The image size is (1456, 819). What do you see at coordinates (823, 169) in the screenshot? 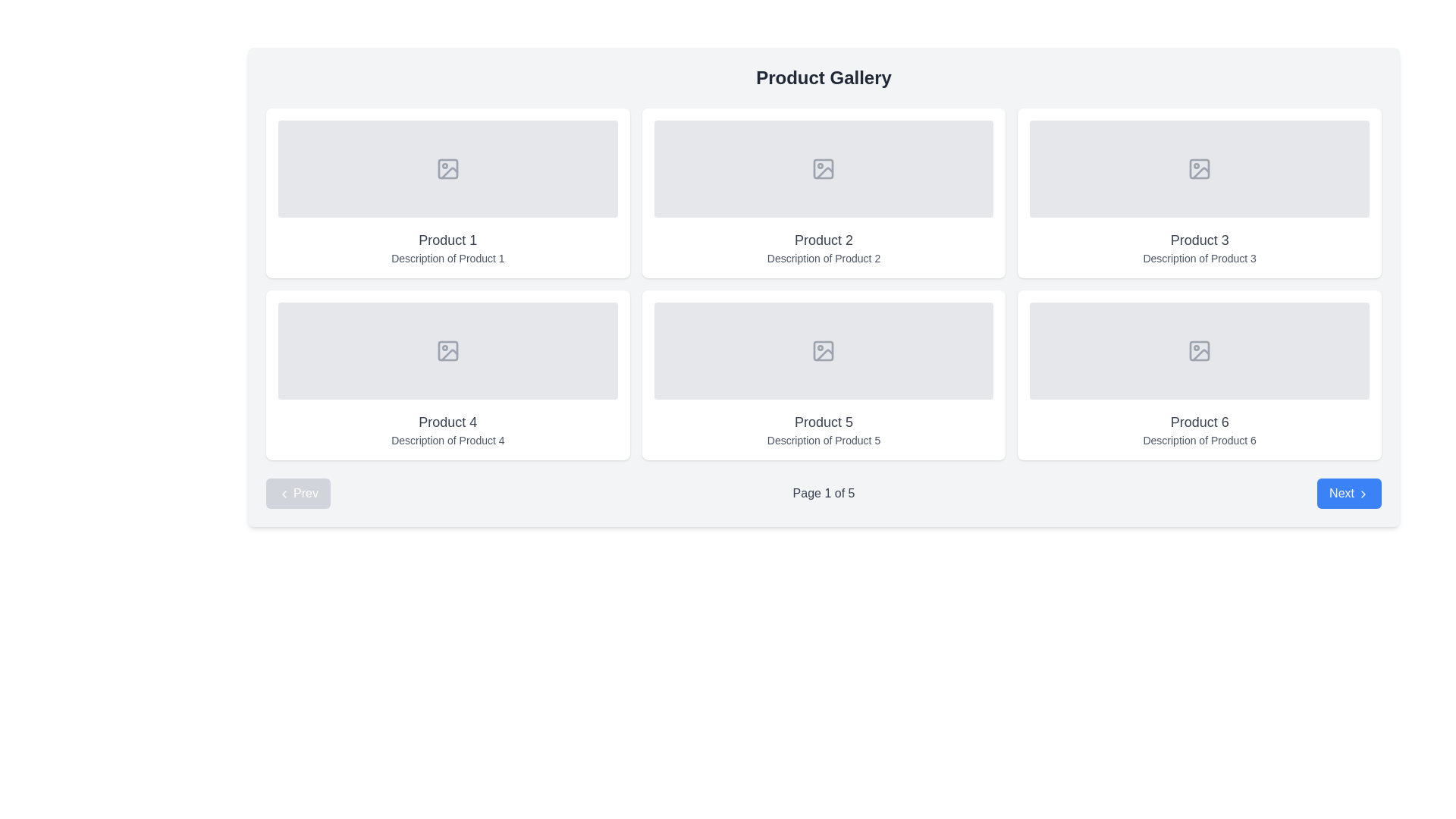
I see `the SVG rectangle that serves as a decorative placeholder icon for an image in the 'Product 2' tile, located in the second column of the first row of the Product Gallery` at bounding box center [823, 169].